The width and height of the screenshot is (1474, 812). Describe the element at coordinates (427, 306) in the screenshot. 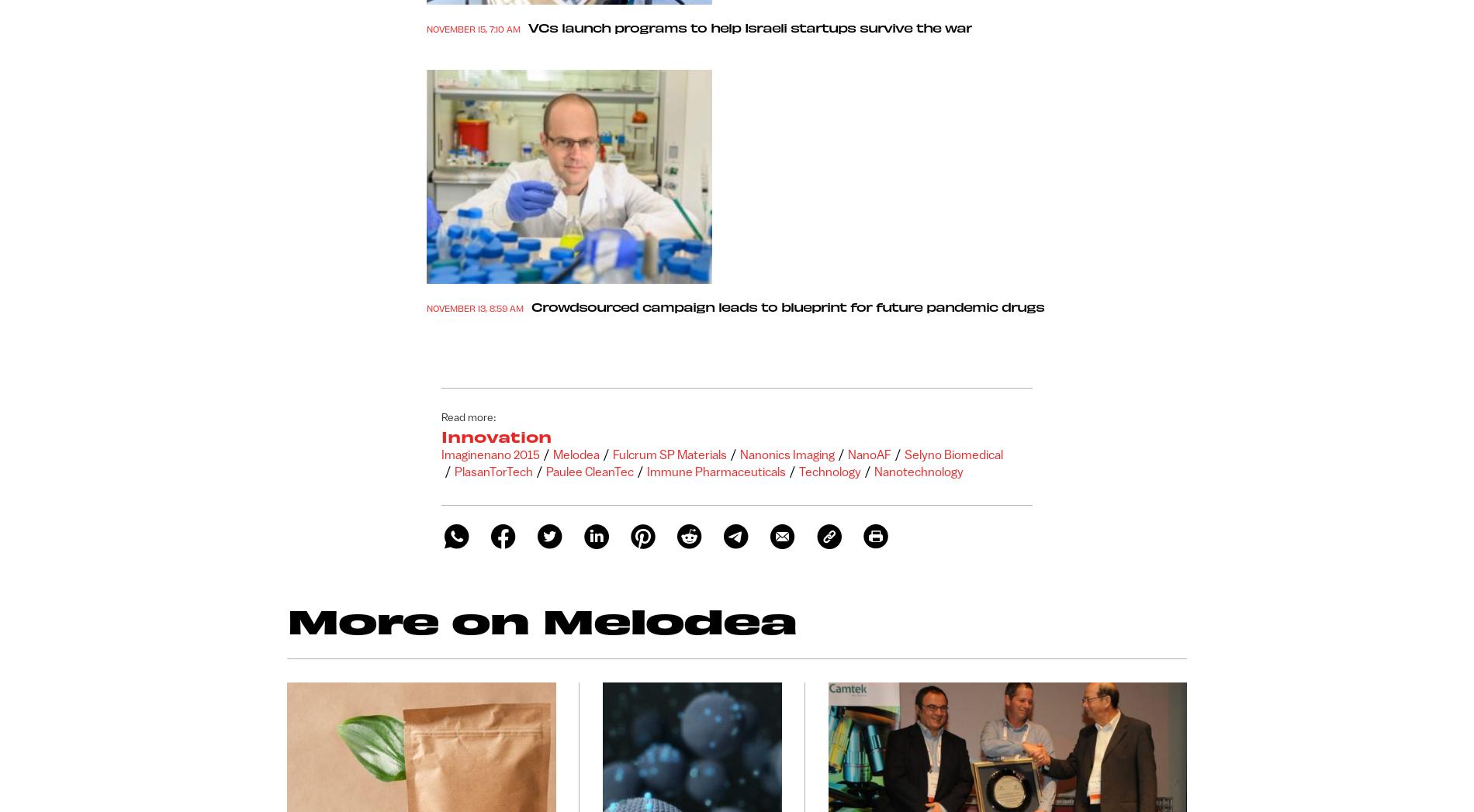

I see `'November 13, 8:59 am'` at that location.